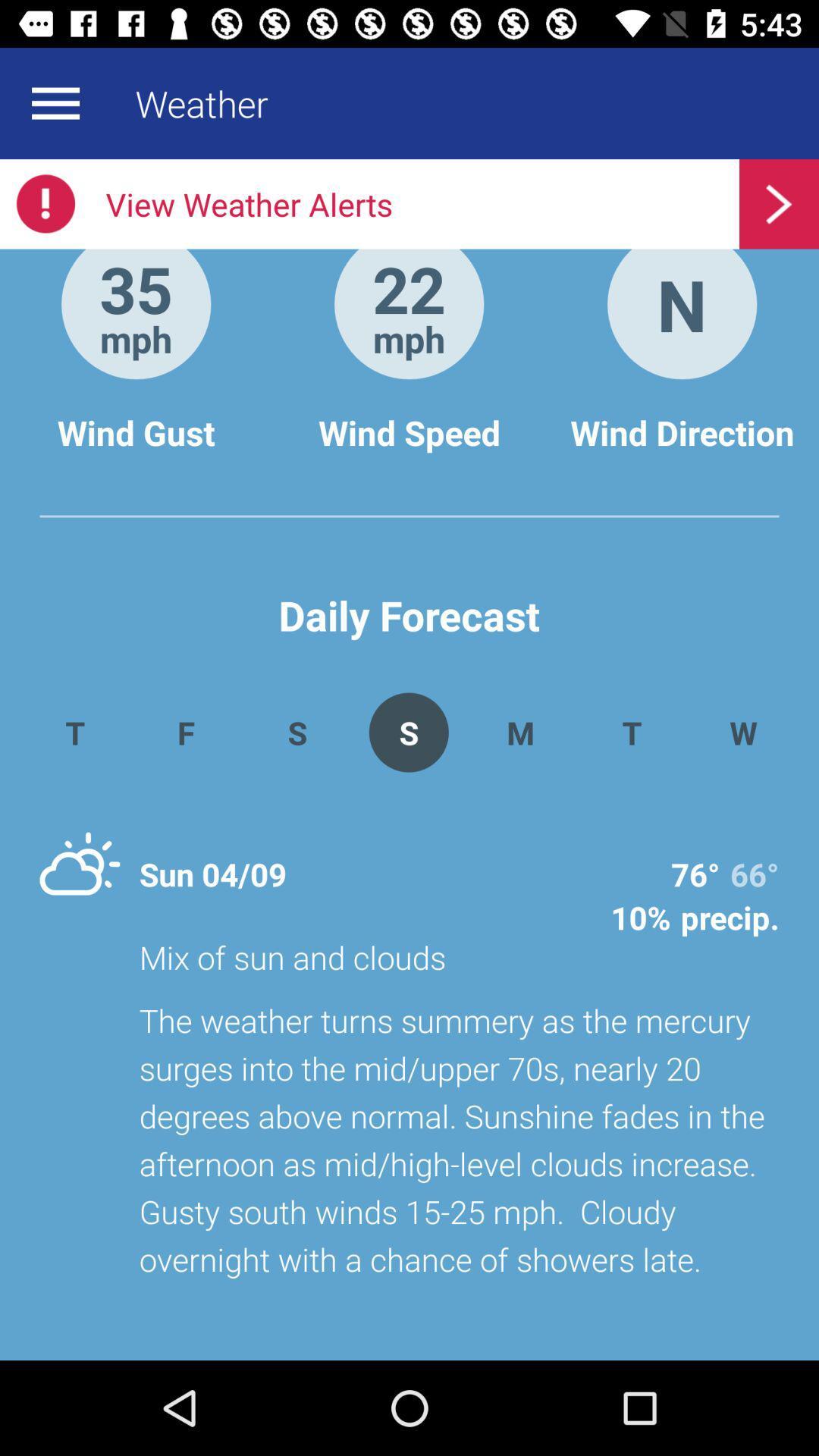 The height and width of the screenshot is (1456, 819). Describe the element at coordinates (55, 102) in the screenshot. I see `expand menu options` at that location.